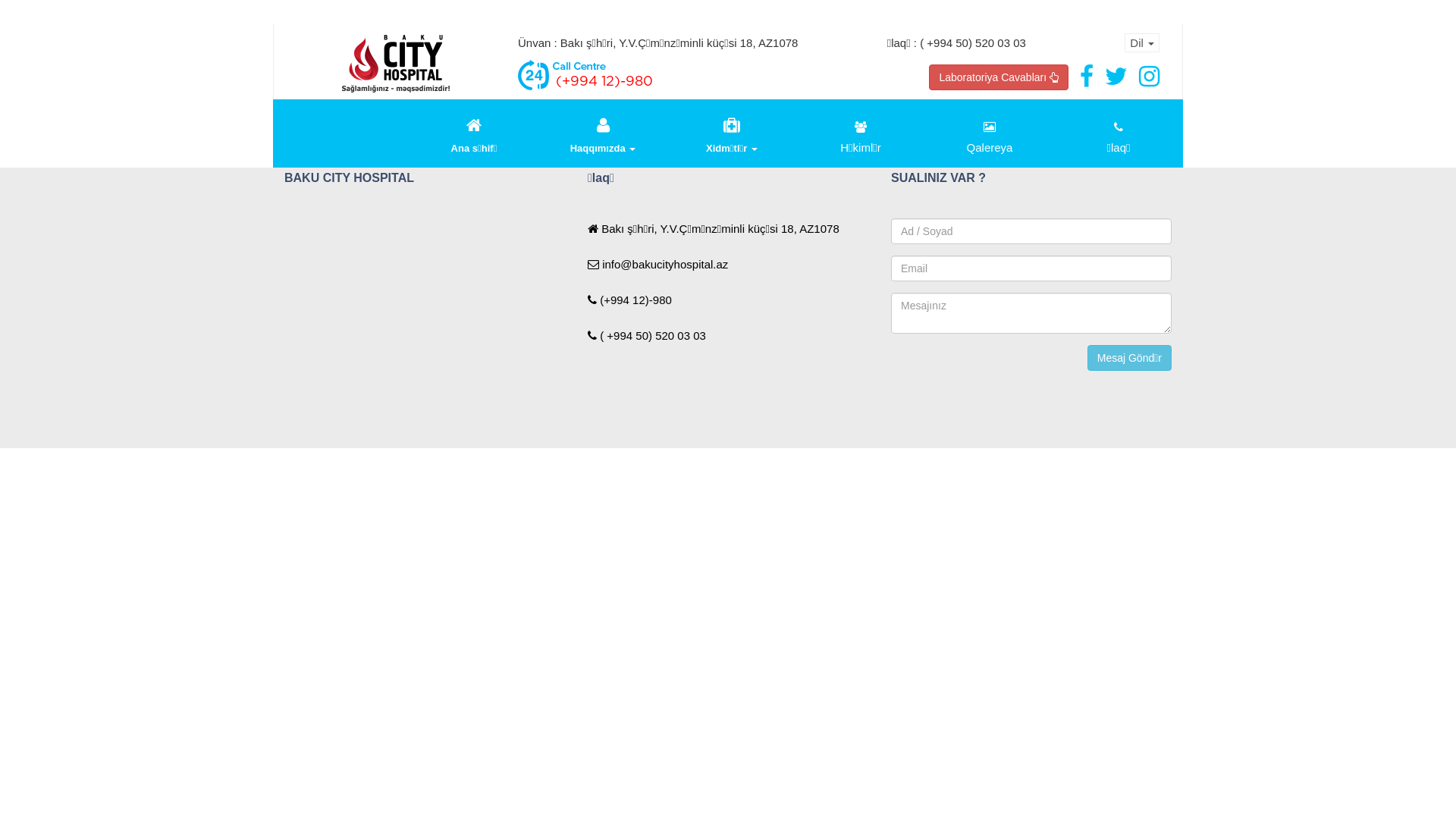 This screenshot has width=1456, height=819. Describe the element at coordinates (657, 263) in the screenshot. I see `'info@bakucityhospital.az'` at that location.